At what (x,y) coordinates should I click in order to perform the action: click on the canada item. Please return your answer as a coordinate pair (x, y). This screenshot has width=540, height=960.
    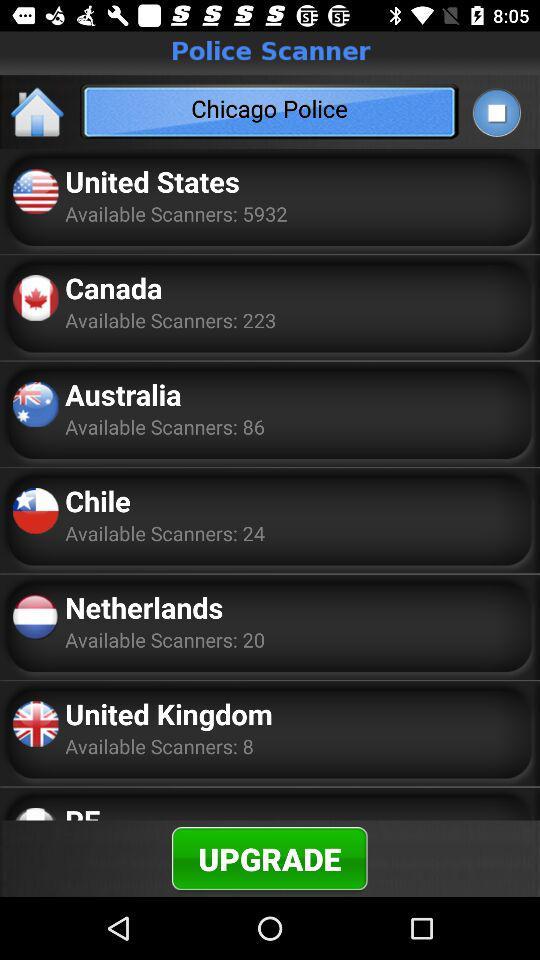
    Looking at the image, I should click on (113, 286).